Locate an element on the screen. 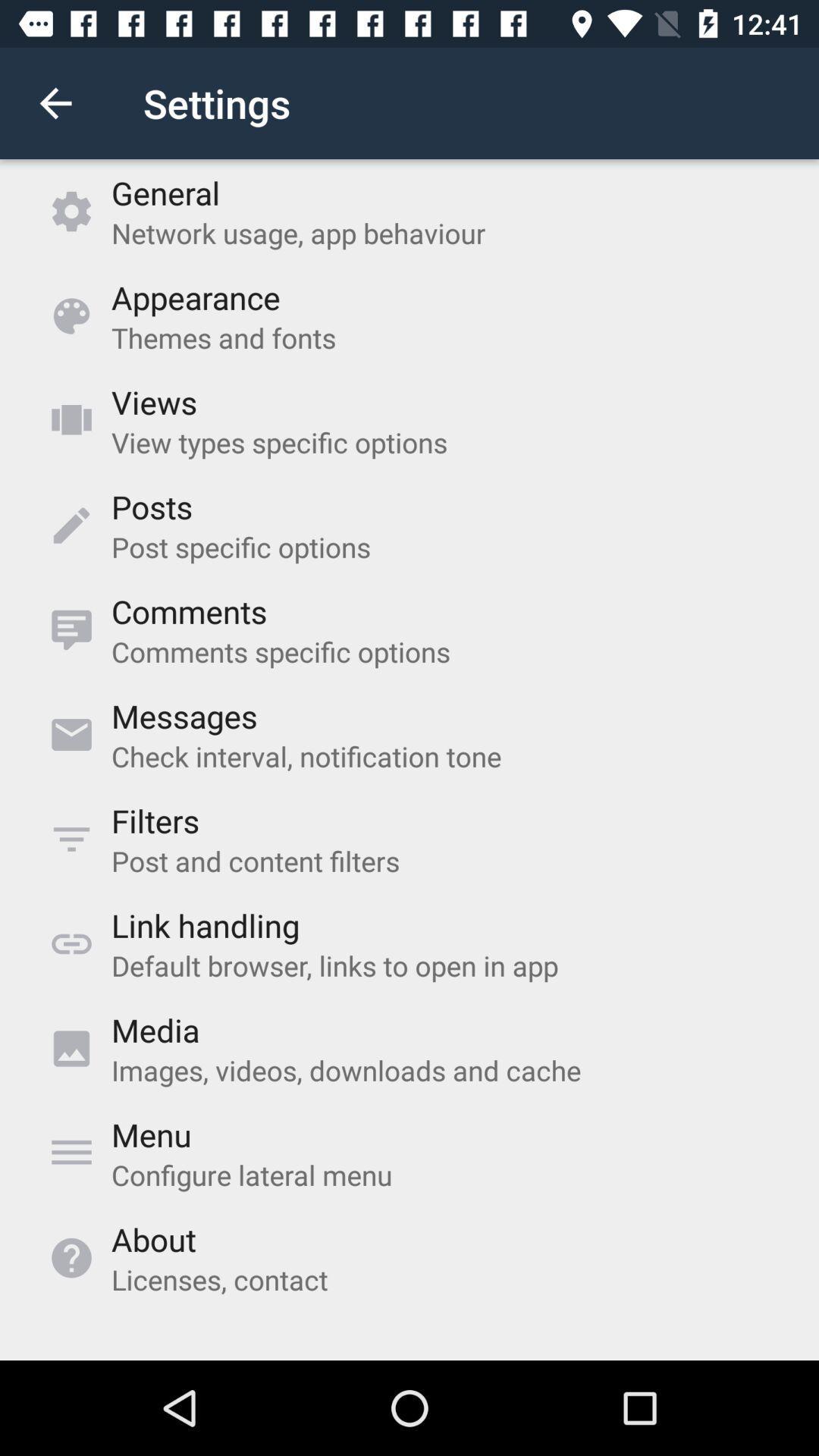 Image resolution: width=819 pixels, height=1456 pixels. about icon is located at coordinates (153, 1239).